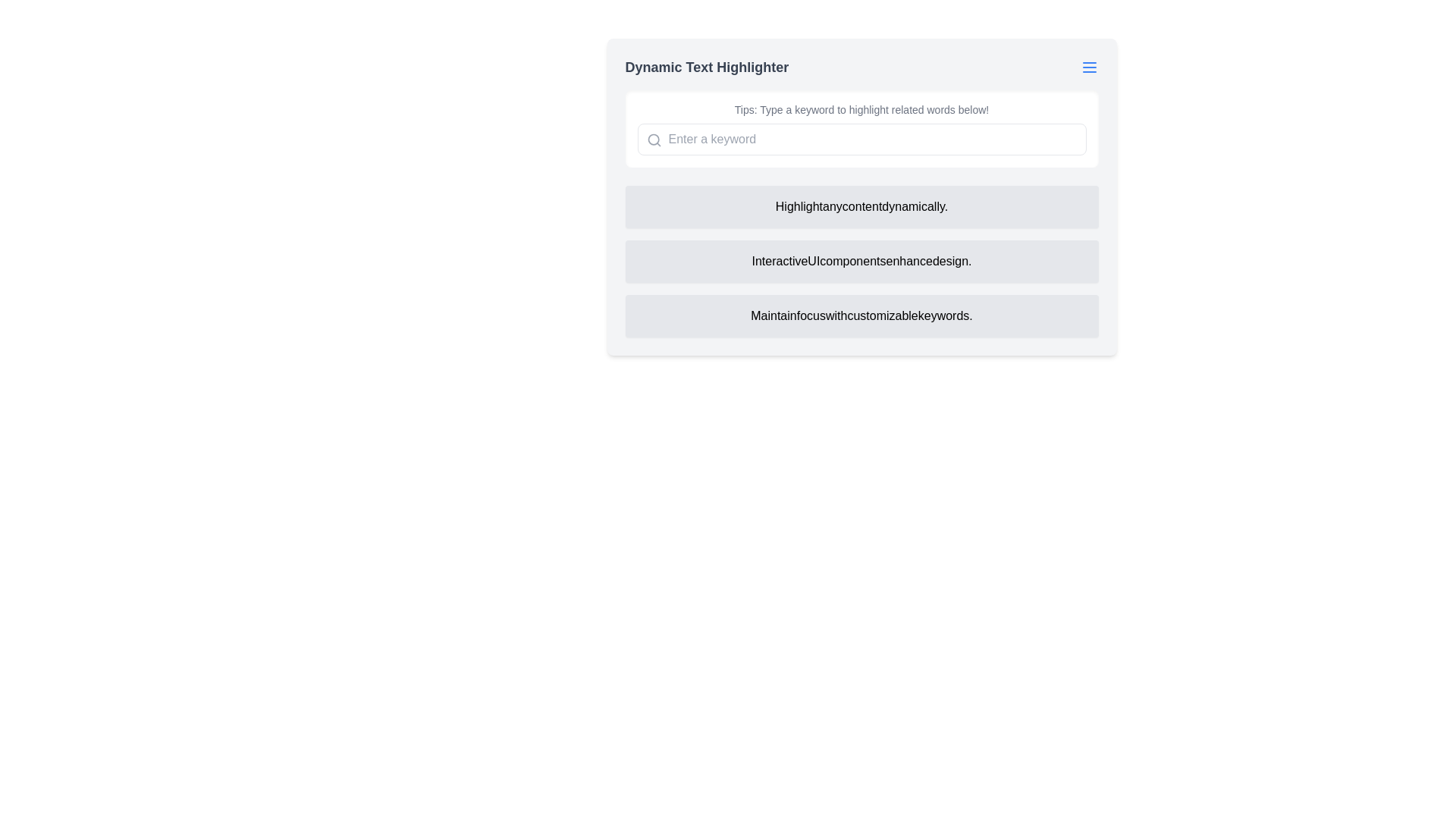 The image size is (1456, 819). Describe the element at coordinates (1088, 66) in the screenshot. I see `the button located at the top-right corner of the header section titled 'Dynamic Text Highlighter'` at that location.